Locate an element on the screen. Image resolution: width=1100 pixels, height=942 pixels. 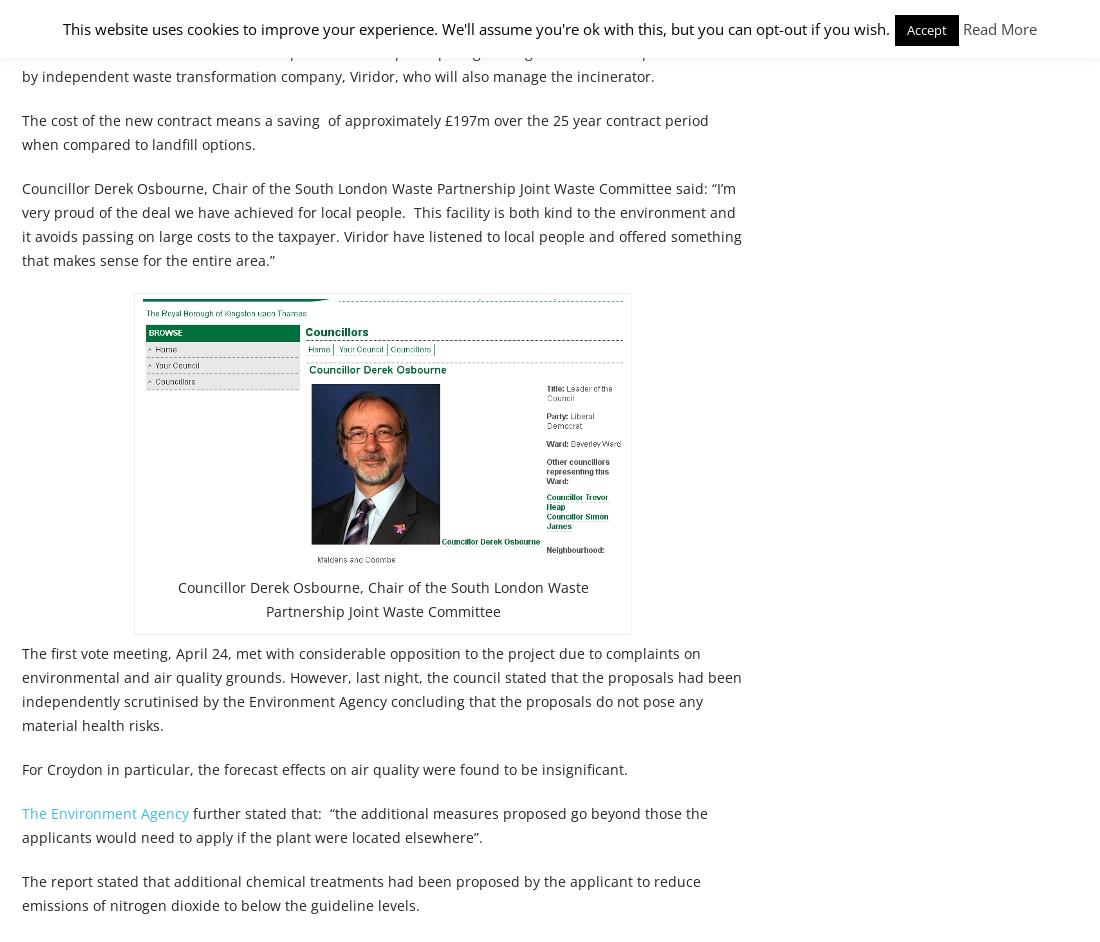
'The report stated that additional chemical treatments had been proposed by the applicant to reduce emissions of nitrogen dioxide to below the guideline levels.' is located at coordinates (21, 893).